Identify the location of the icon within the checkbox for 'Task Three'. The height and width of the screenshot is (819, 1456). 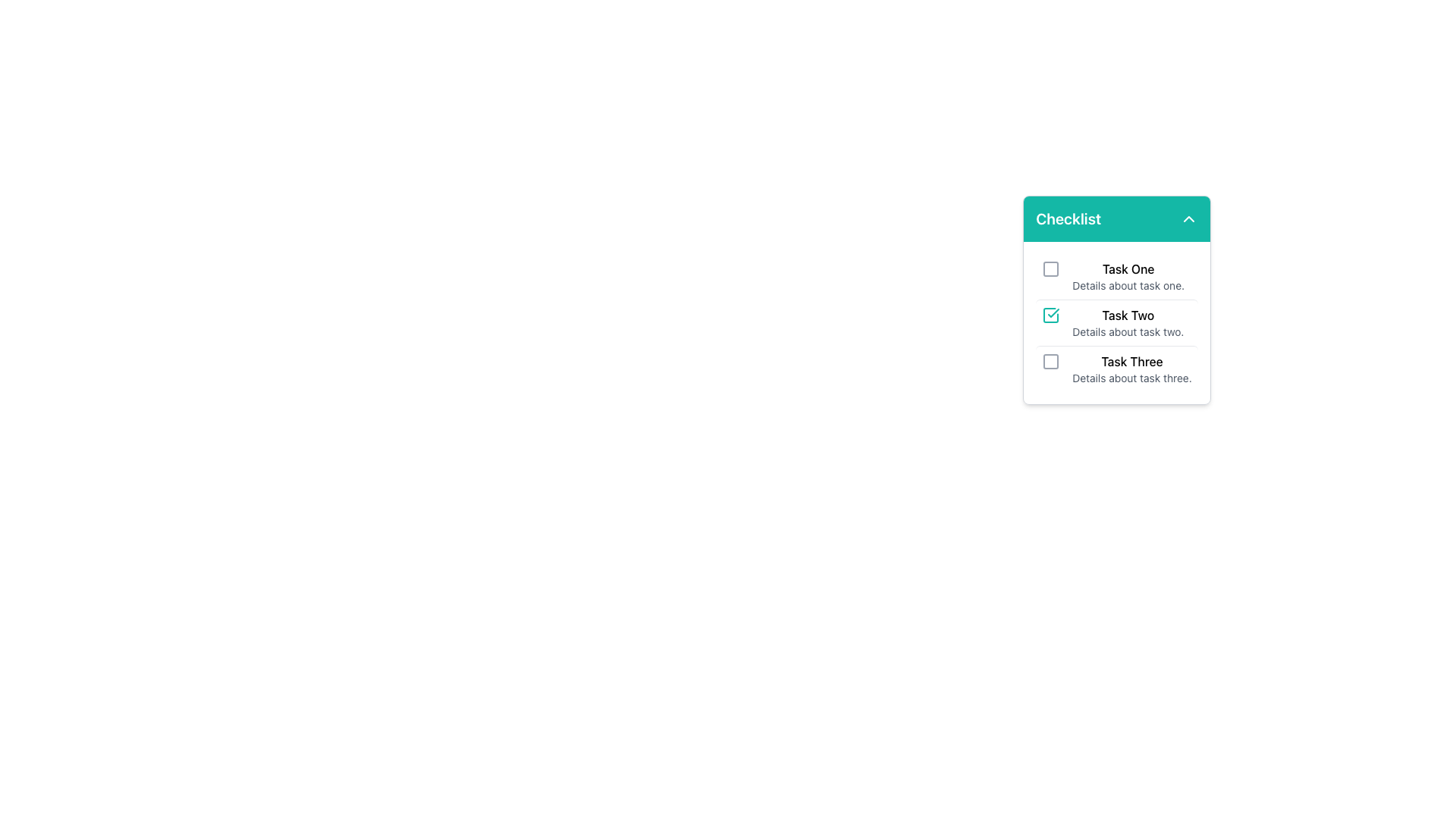
(1050, 362).